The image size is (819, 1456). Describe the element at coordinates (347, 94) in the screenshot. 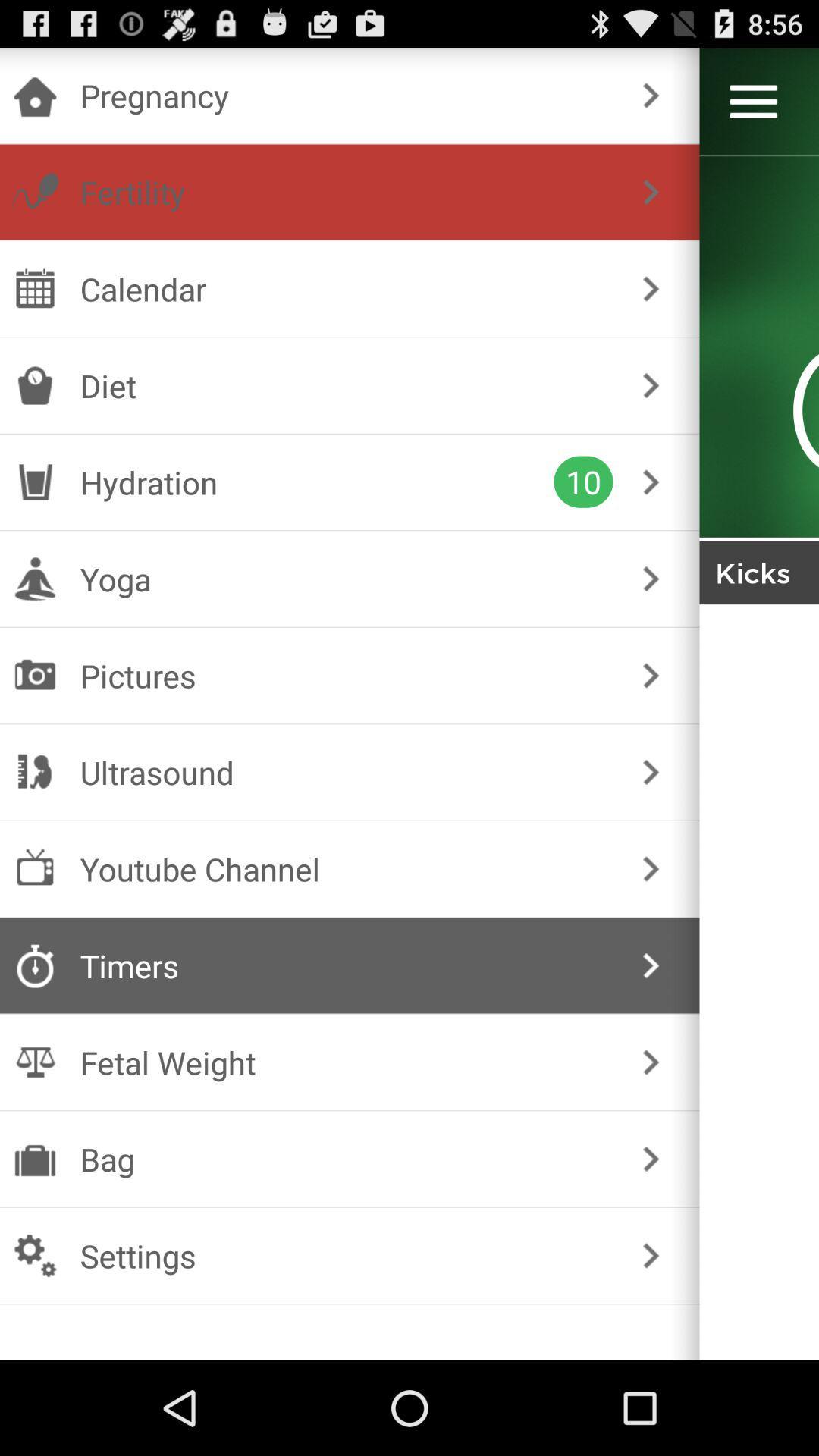

I see `the pregnancy item` at that location.